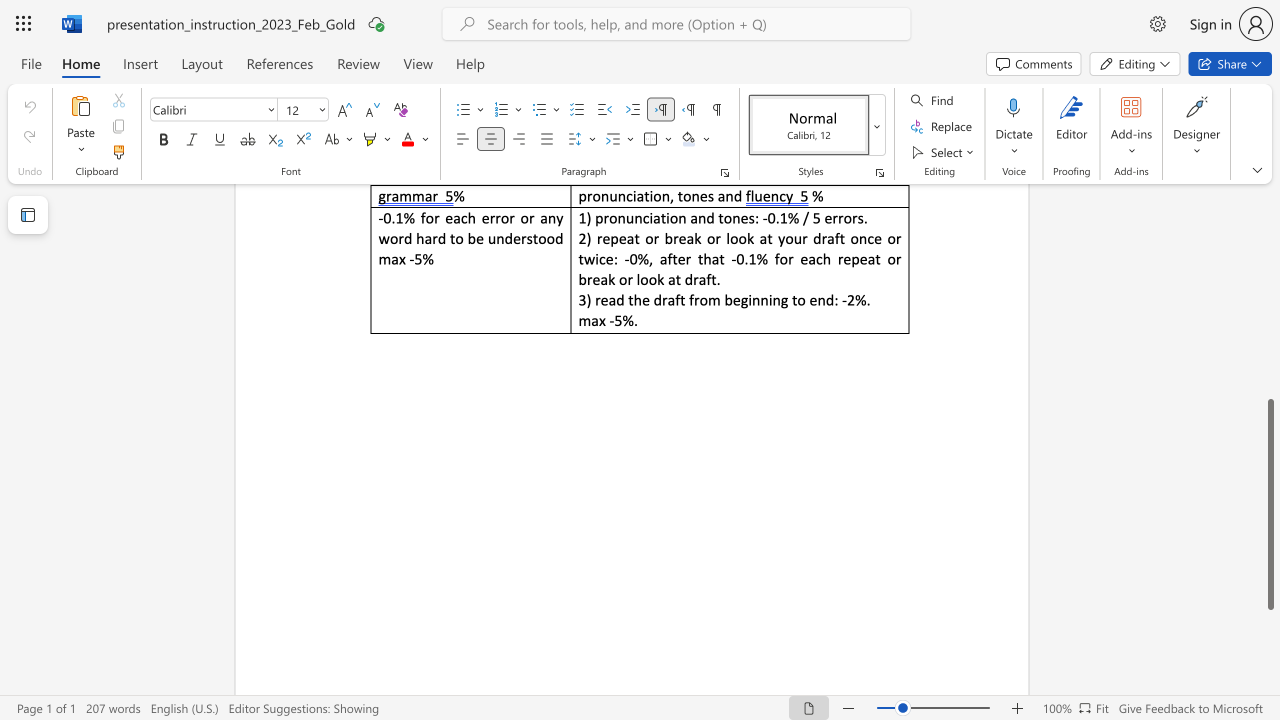 This screenshot has width=1280, height=720. Describe the element at coordinates (1269, 503) in the screenshot. I see `the scrollbar and move up 150 pixels` at that location.